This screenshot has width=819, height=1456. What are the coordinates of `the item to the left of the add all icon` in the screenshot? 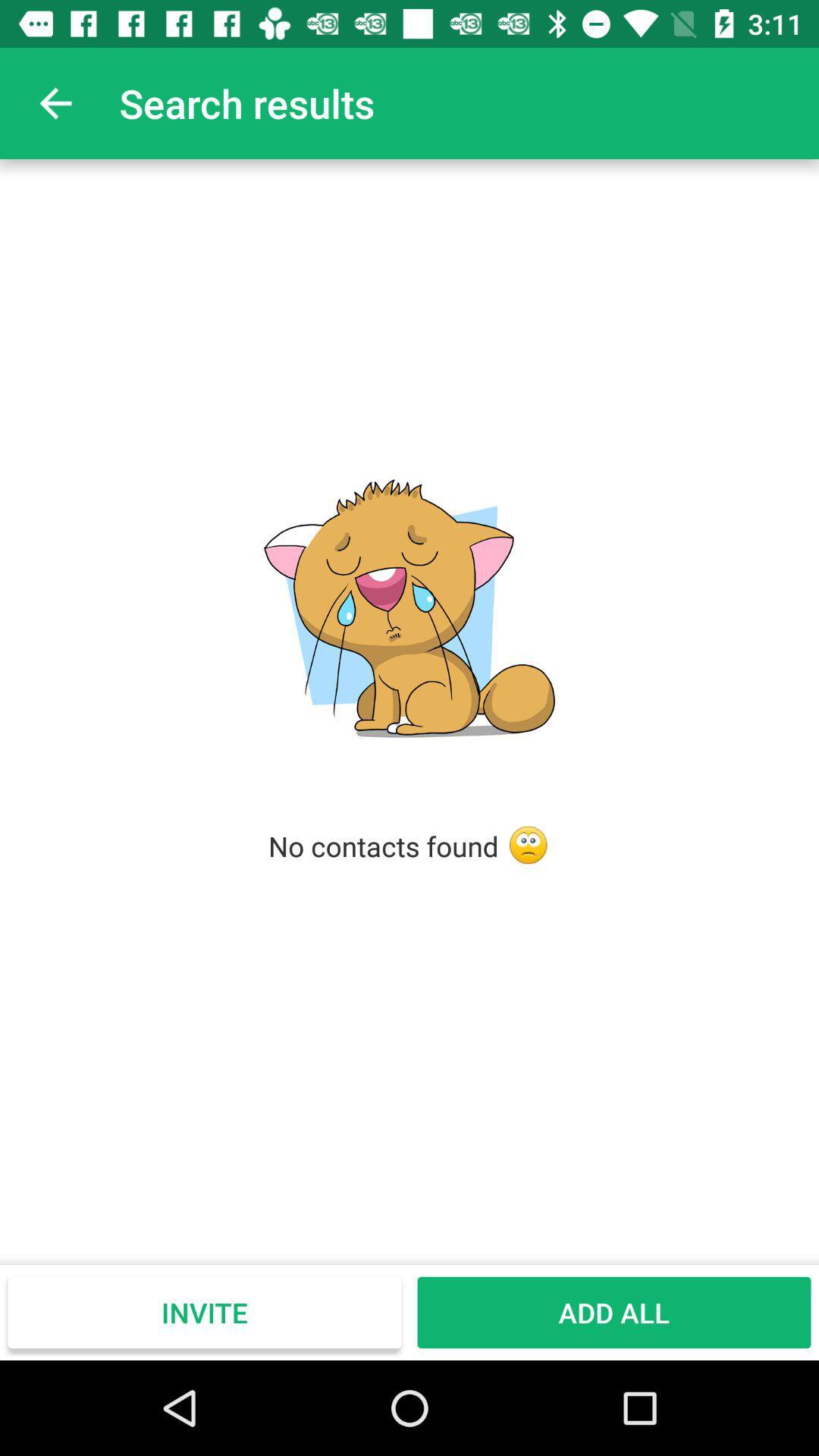 It's located at (205, 1312).